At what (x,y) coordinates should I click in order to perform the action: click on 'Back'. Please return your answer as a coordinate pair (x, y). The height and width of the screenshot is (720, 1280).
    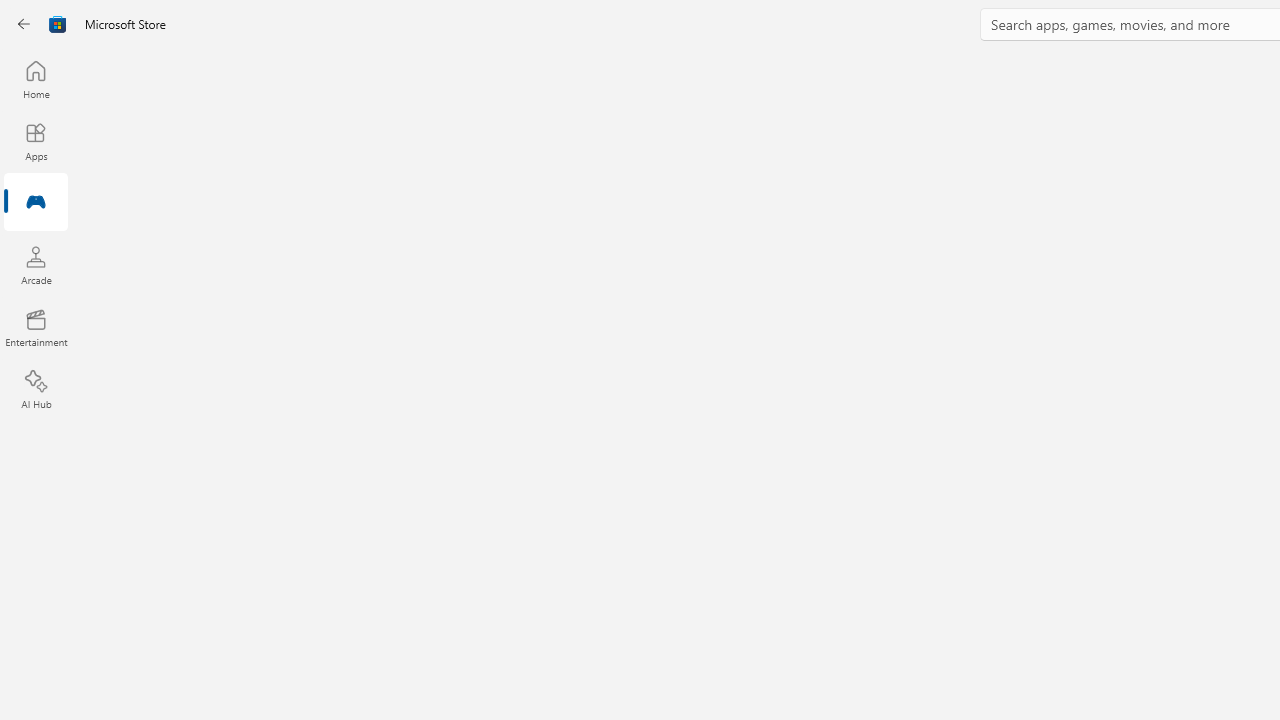
    Looking at the image, I should click on (24, 24).